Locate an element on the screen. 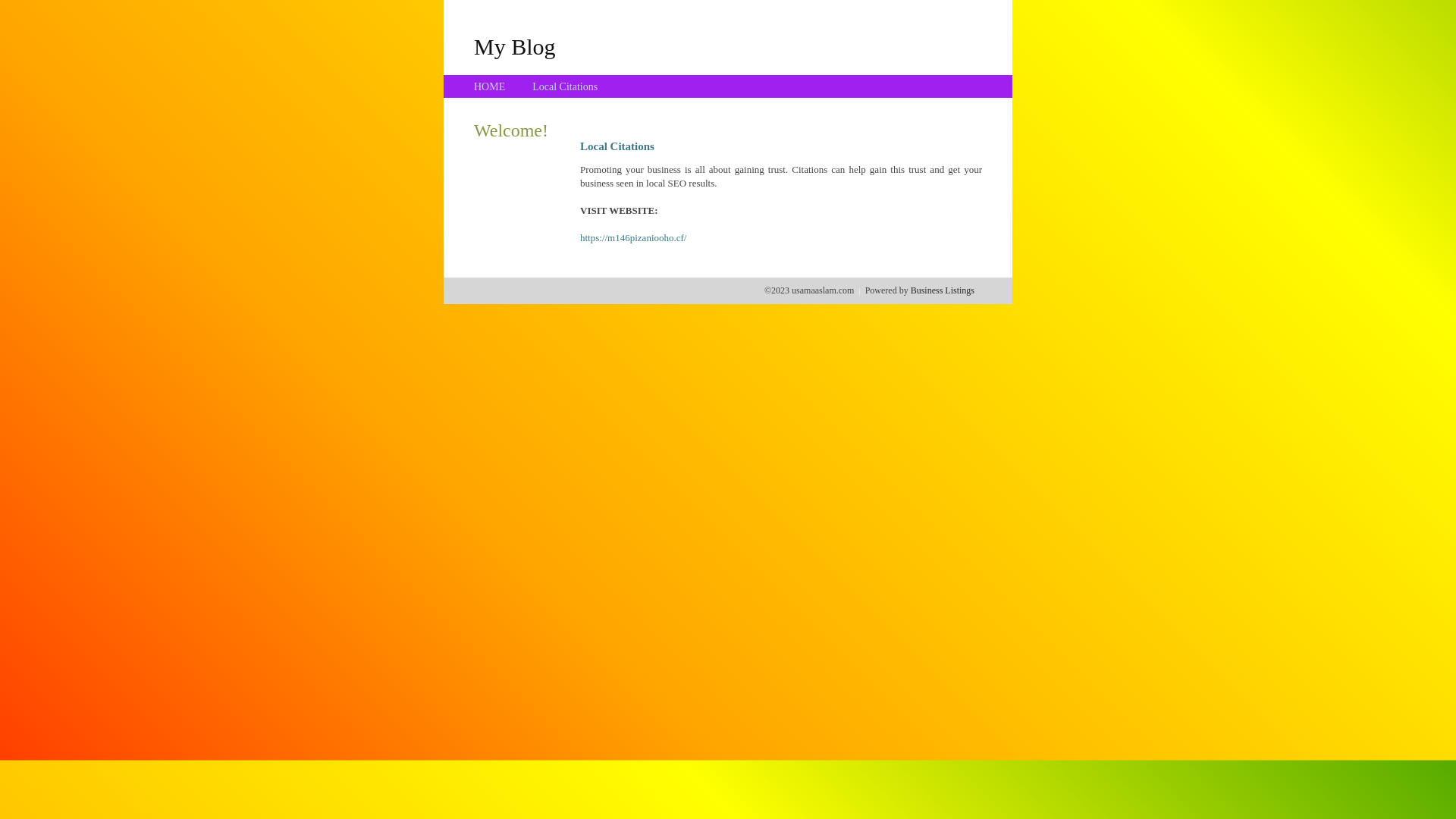 The width and height of the screenshot is (1456, 819). 'https://m146pizaniooho.cf/' is located at coordinates (633, 237).